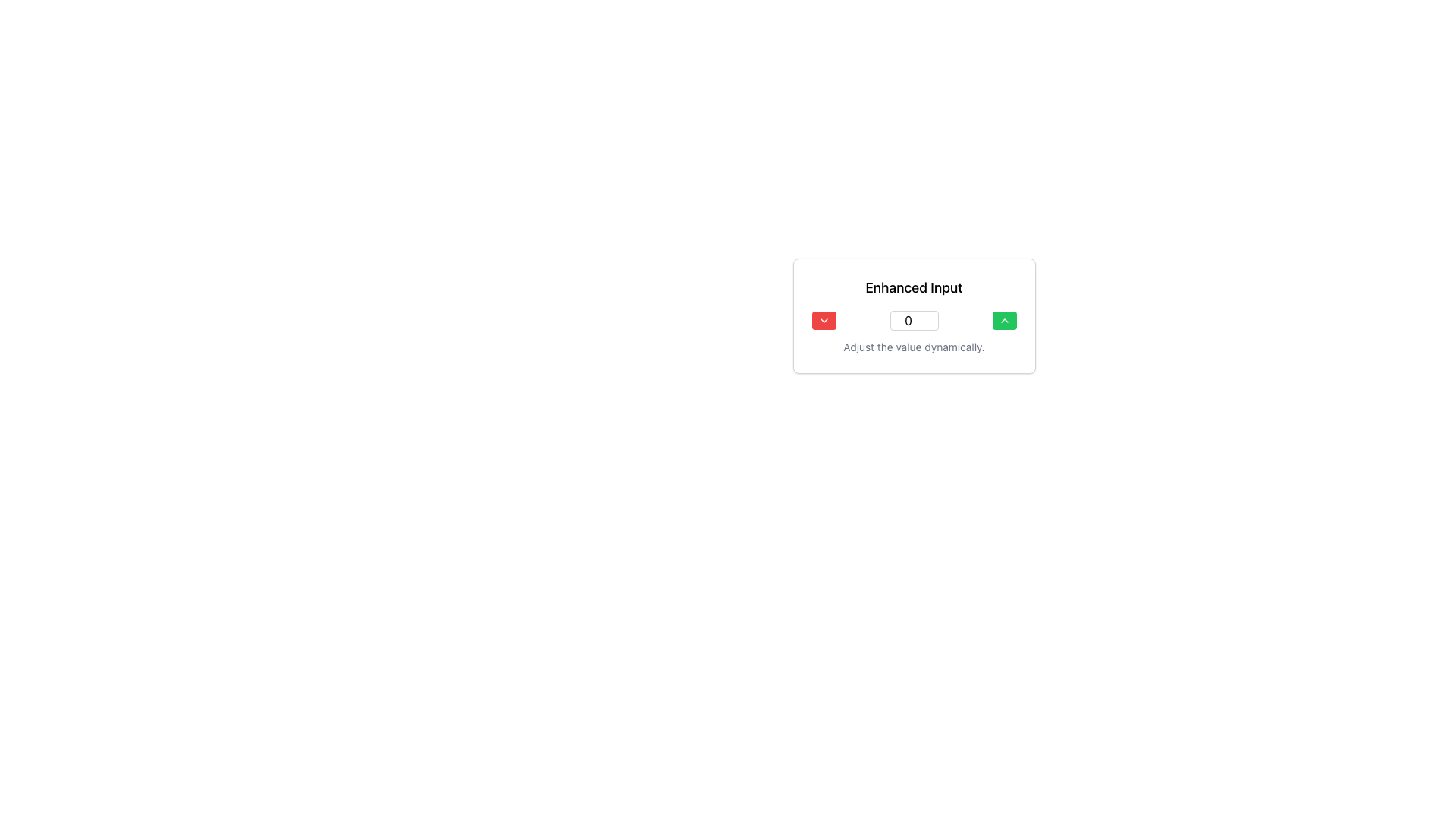 The height and width of the screenshot is (819, 1456). Describe the element at coordinates (1004, 320) in the screenshot. I see `the chevron-shaped icon (upward arrow) located in the green rounded rectangular button on the far right of the interface` at that location.